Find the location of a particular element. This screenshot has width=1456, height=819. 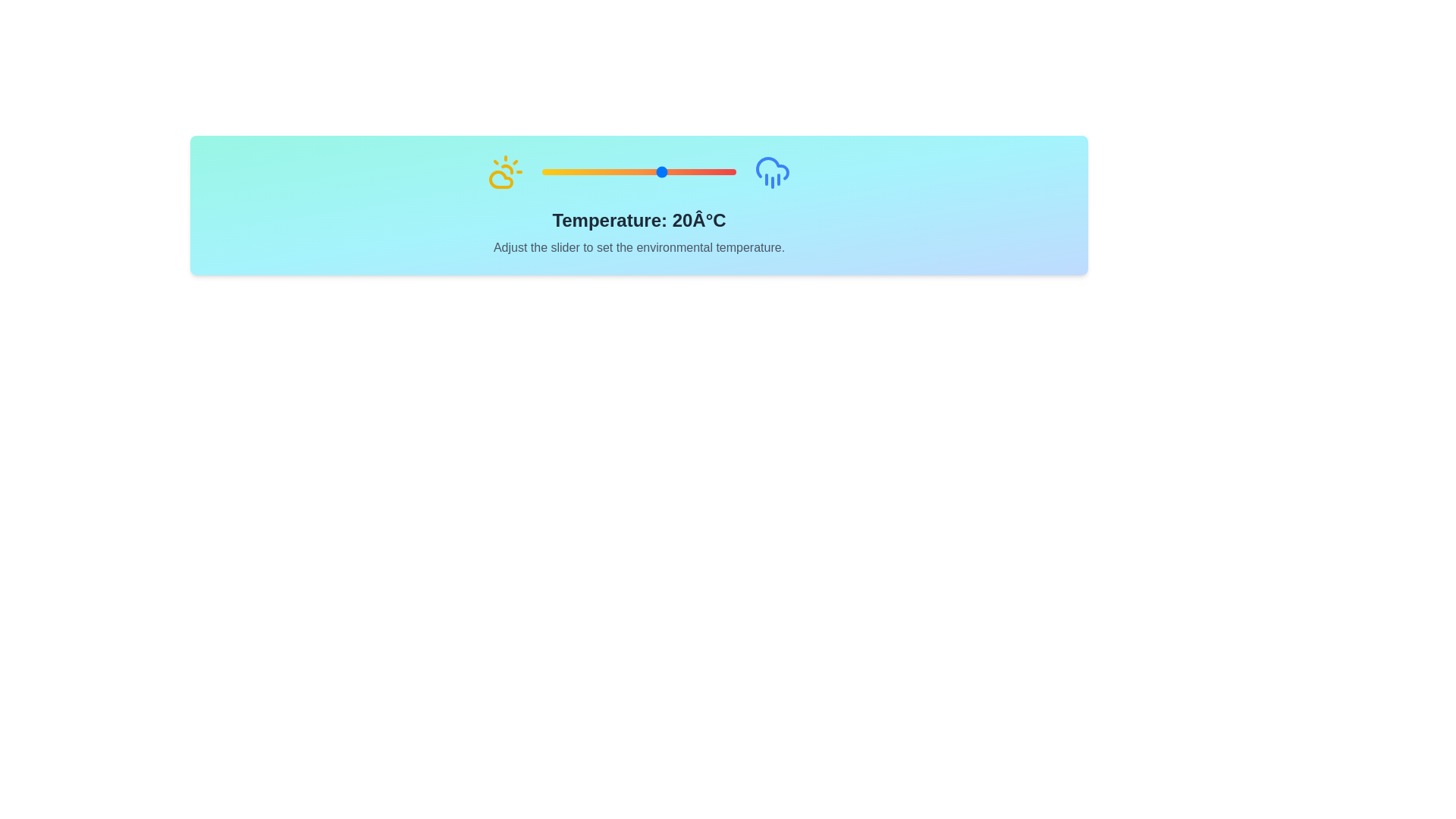

the slider to set the temperature to 12 degrees Celsius is located at coordinates (644, 171).